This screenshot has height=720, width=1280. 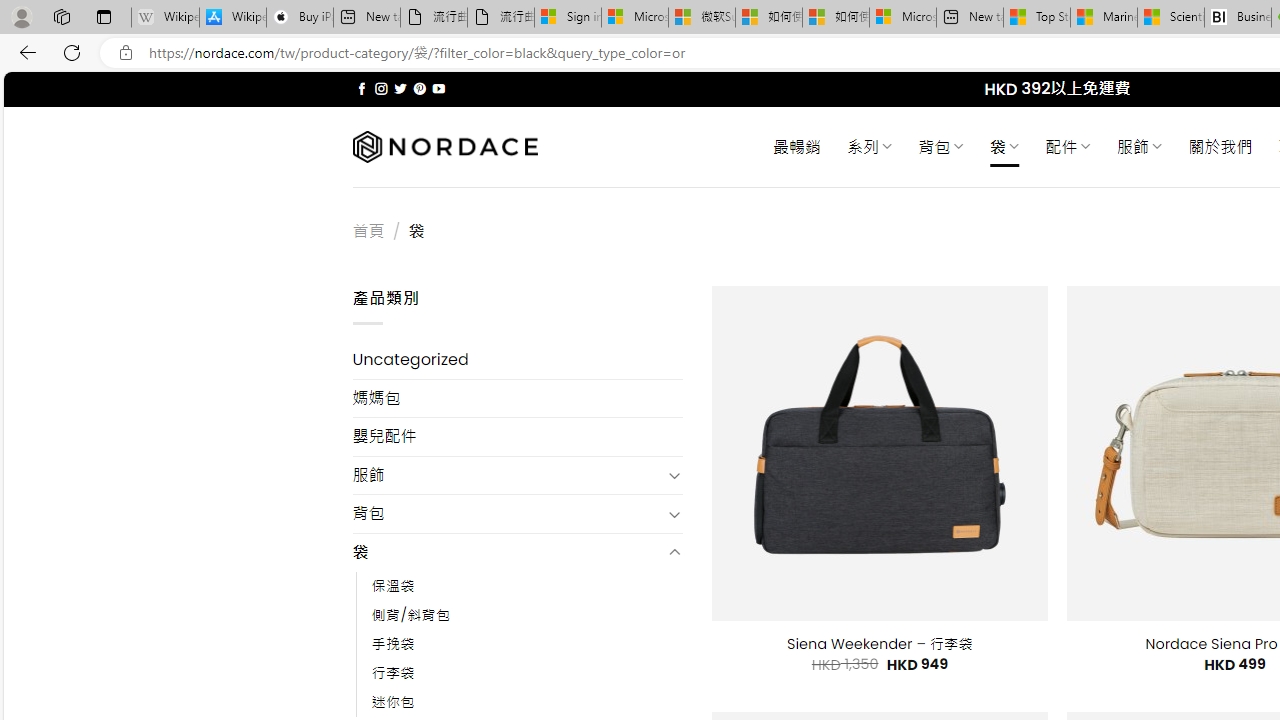 I want to click on 'Marine life - MSN', so click(x=1103, y=17).